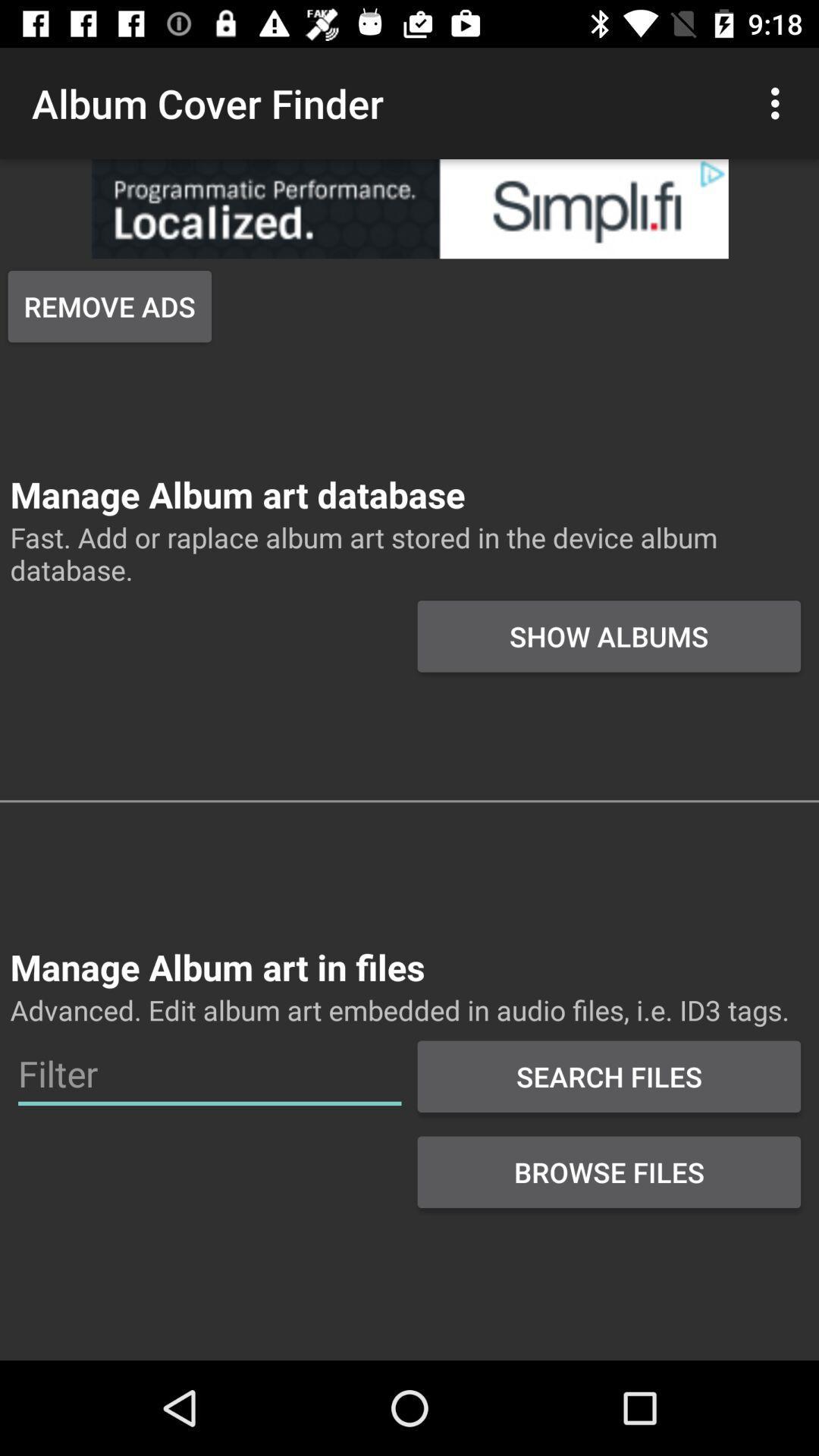 Image resolution: width=819 pixels, height=1456 pixels. Describe the element at coordinates (409, 208) in the screenshot. I see `advertisement page` at that location.